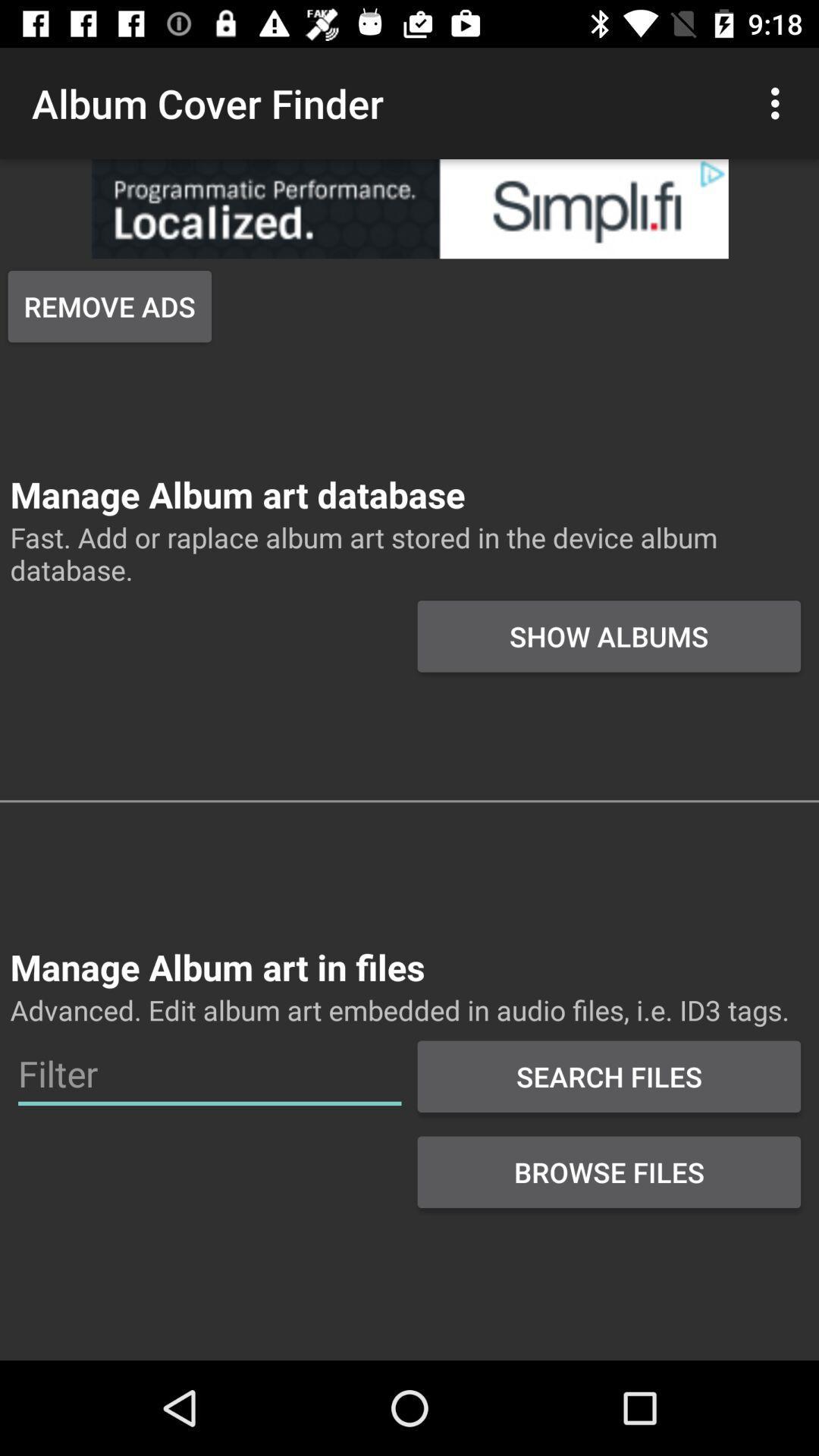 Image resolution: width=819 pixels, height=1456 pixels. Describe the element at coordinates (409, 208) in the screenshot. I see `advertisement page` at that location.